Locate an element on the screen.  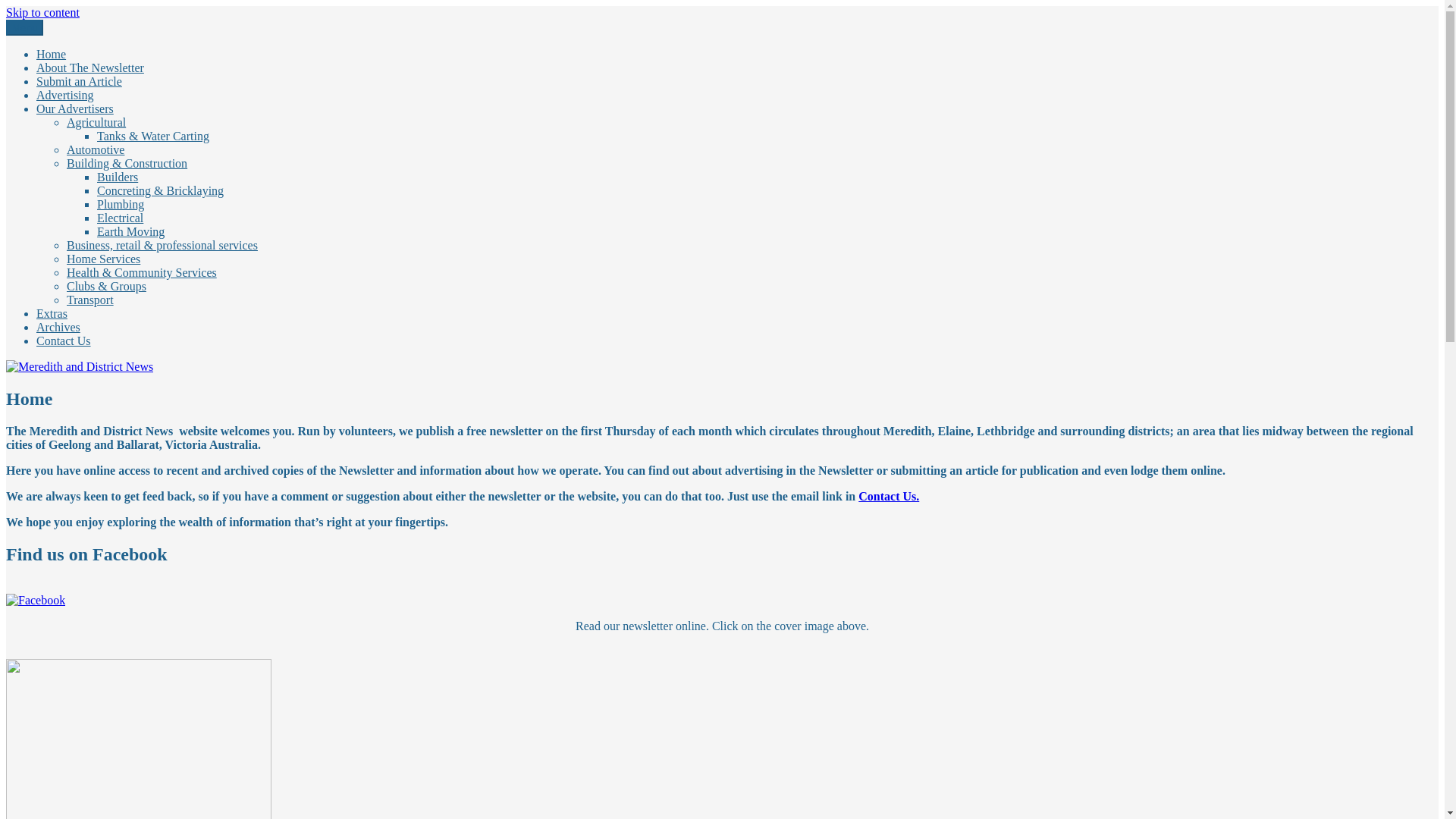
'Agricultural' is located at coordinates (95, 121).